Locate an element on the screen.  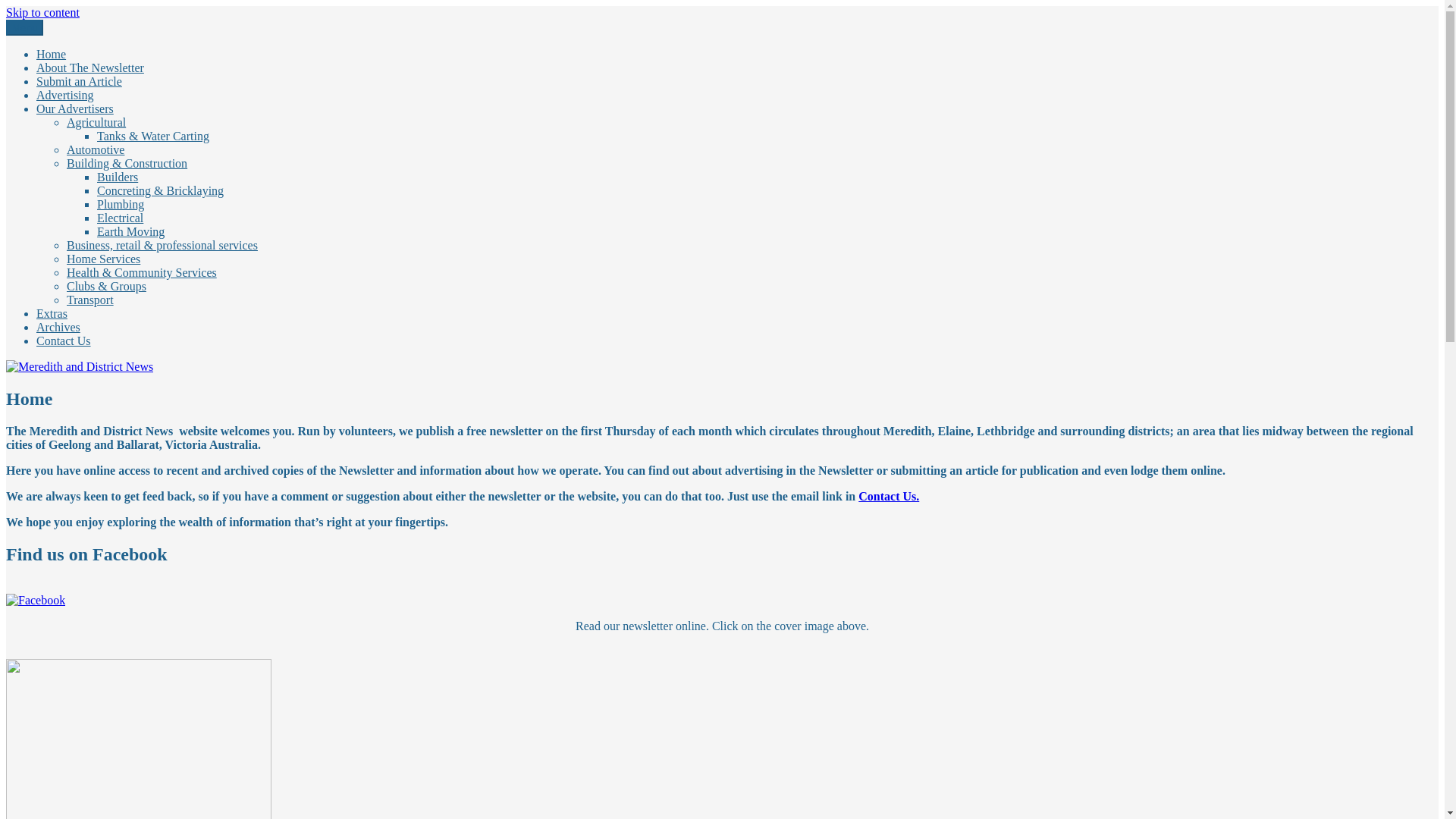
'Agricultural' is located at coordinates (95, 121).